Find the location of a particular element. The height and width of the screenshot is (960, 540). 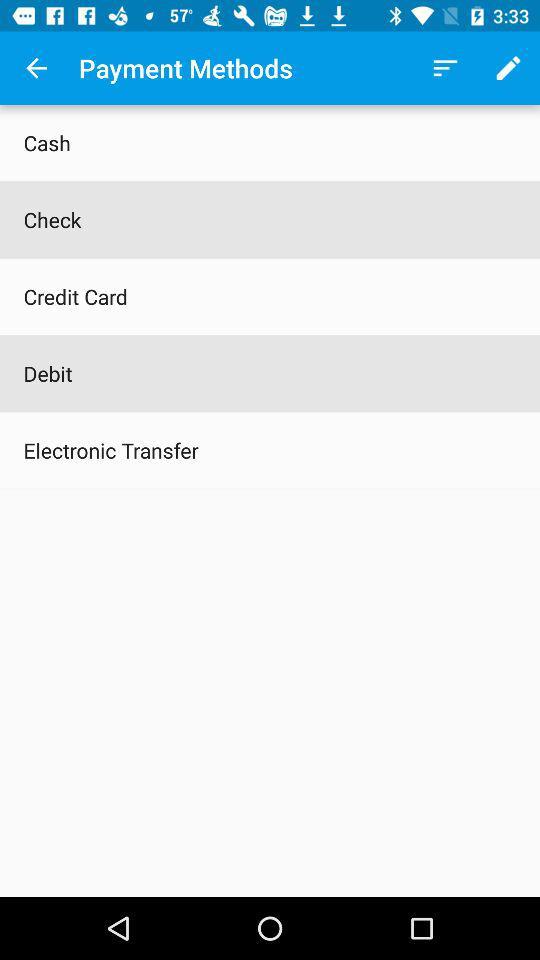

icon next to the payment methods icon is located at coordinates (445, 68).